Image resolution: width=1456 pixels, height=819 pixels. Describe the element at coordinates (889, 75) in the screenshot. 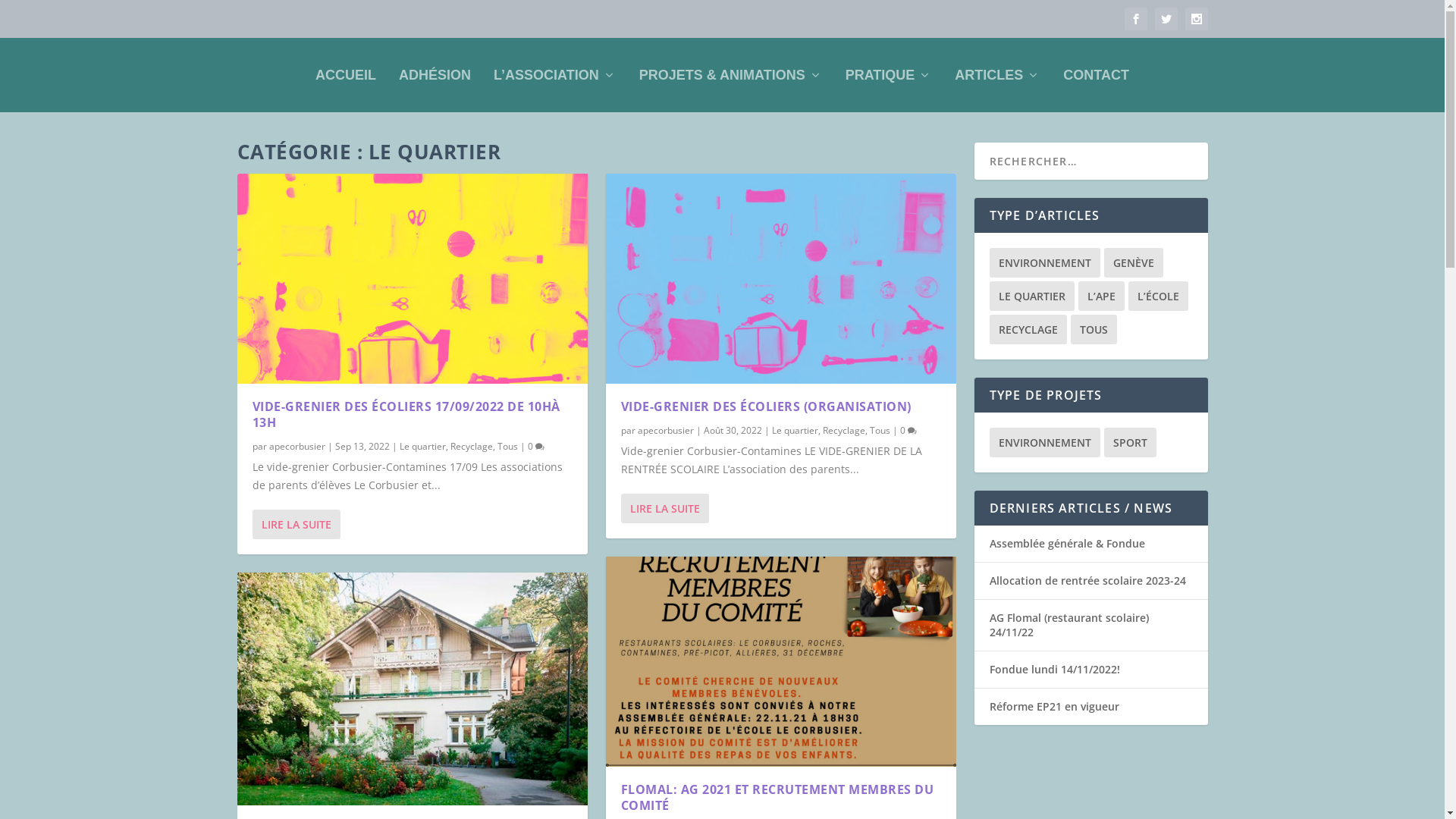

I see `'PRATIQUE'` at that location.